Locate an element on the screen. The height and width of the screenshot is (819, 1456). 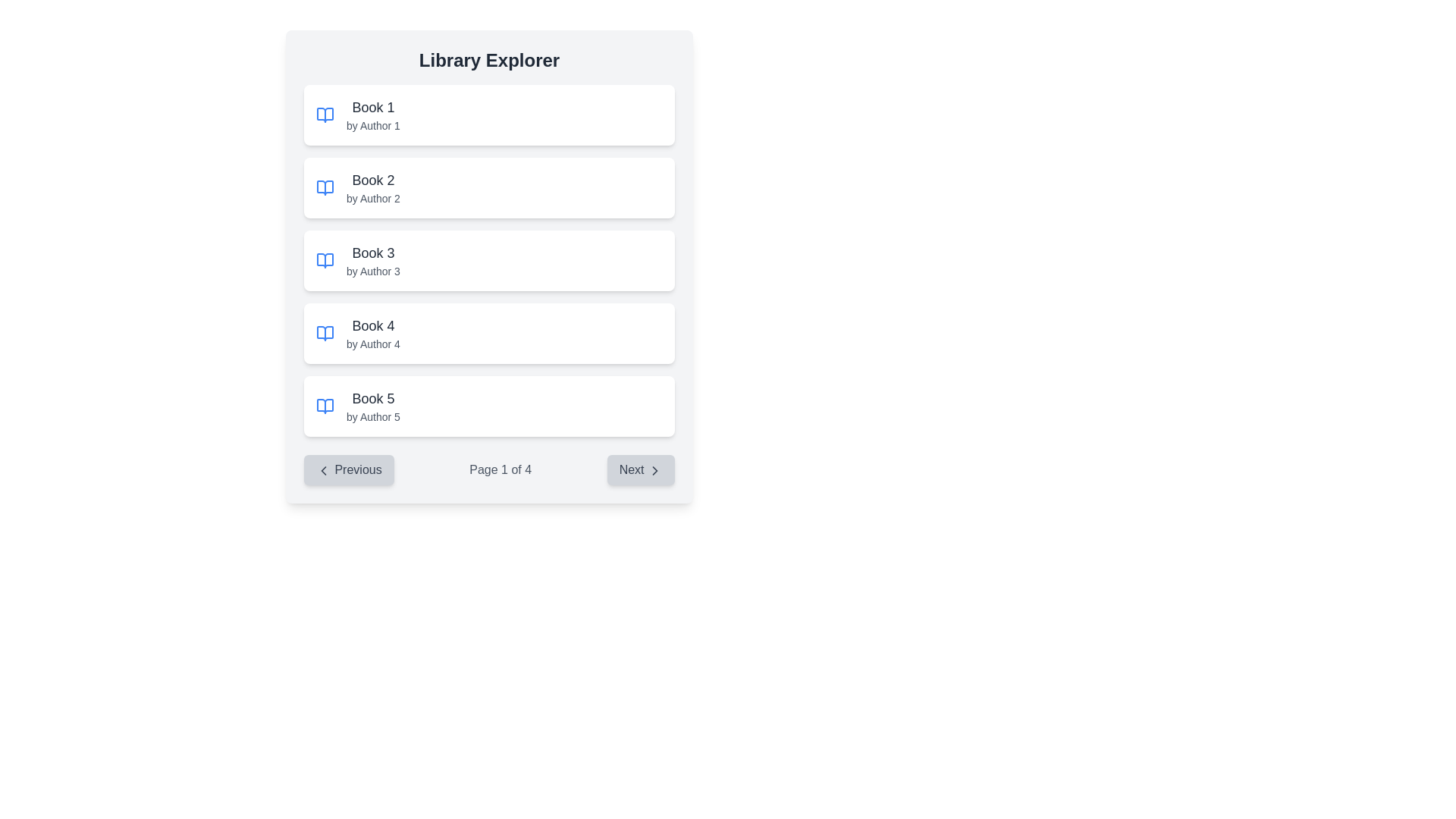
the 'Book 1' icon located in the first list item under 'Library Explorer', which visually represents 'Book 1 by Author 1' is located at coordinates (324, 114).